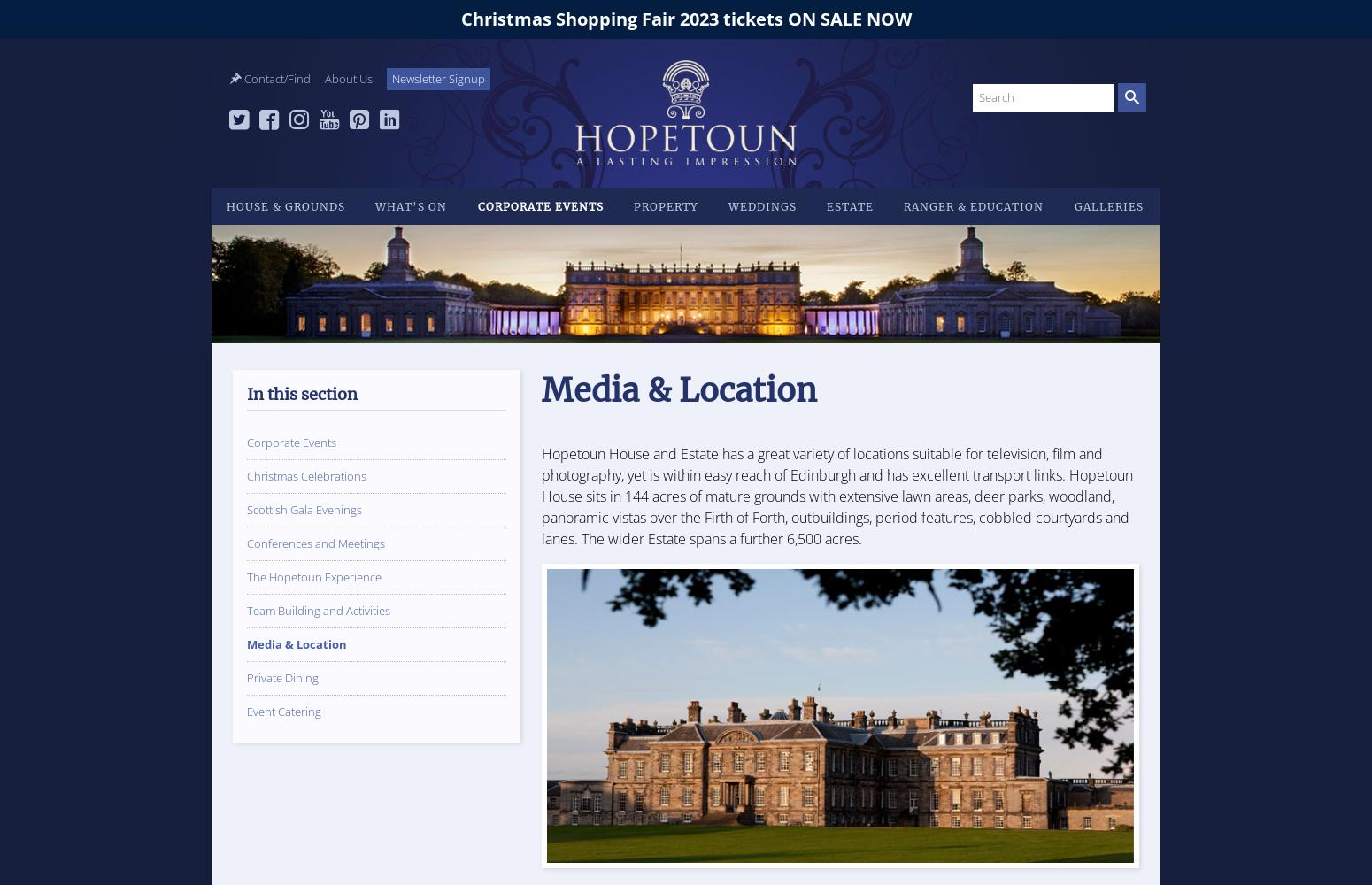 Image resolution: width=1372 pixels, height=885 pixels. Describe the element at coordinates (282, 712) in the screenshot. I see `'Event Catering'` at that location.